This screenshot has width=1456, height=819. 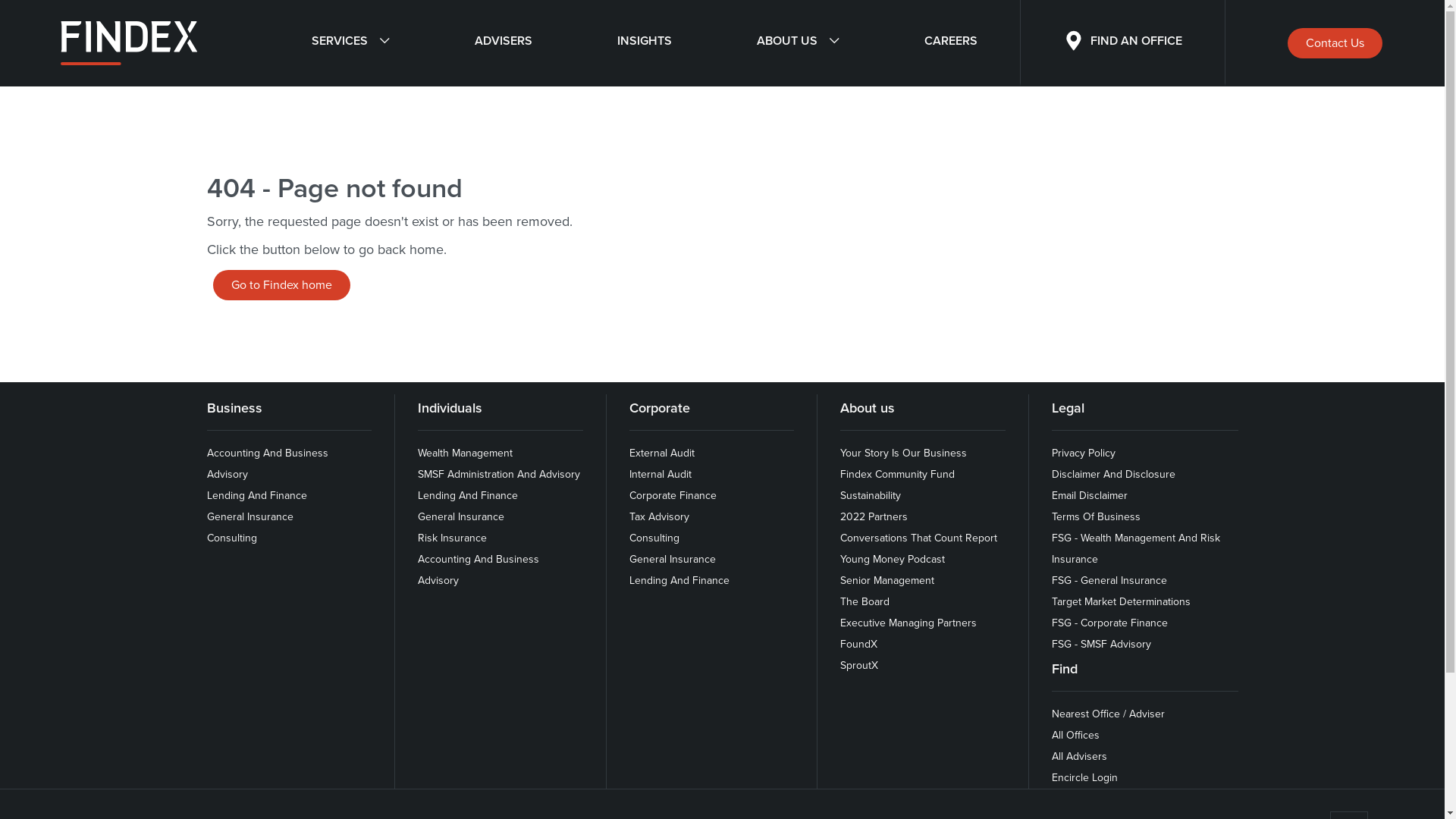 I want to click on '2022 Partners', so click(x=839, y=516).